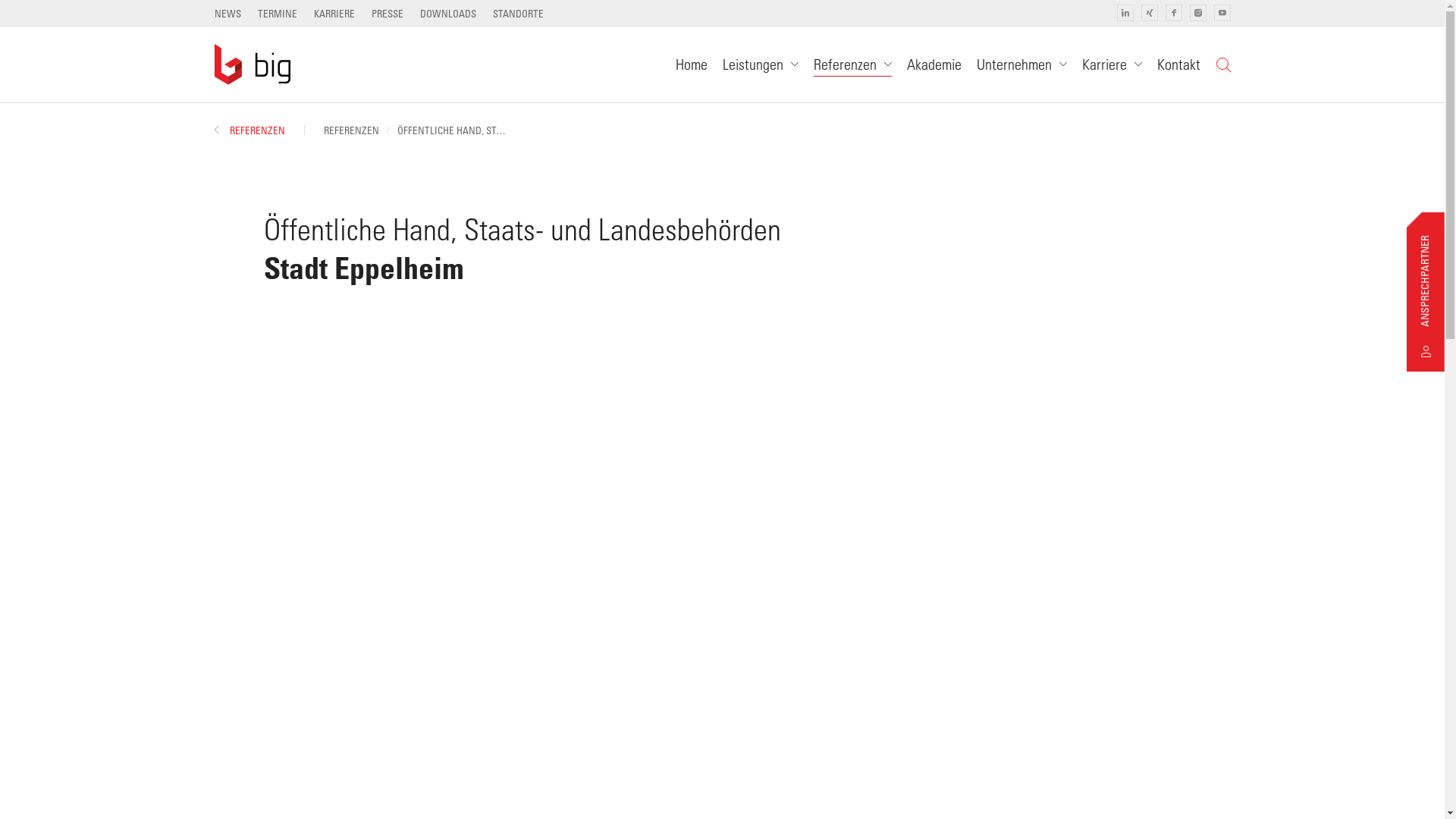 The width and height of the screenshot is (1456, 819). Describe the element at coordinates (249, 129) in the screenshot. I see `'REFERENZEN'` at that location.